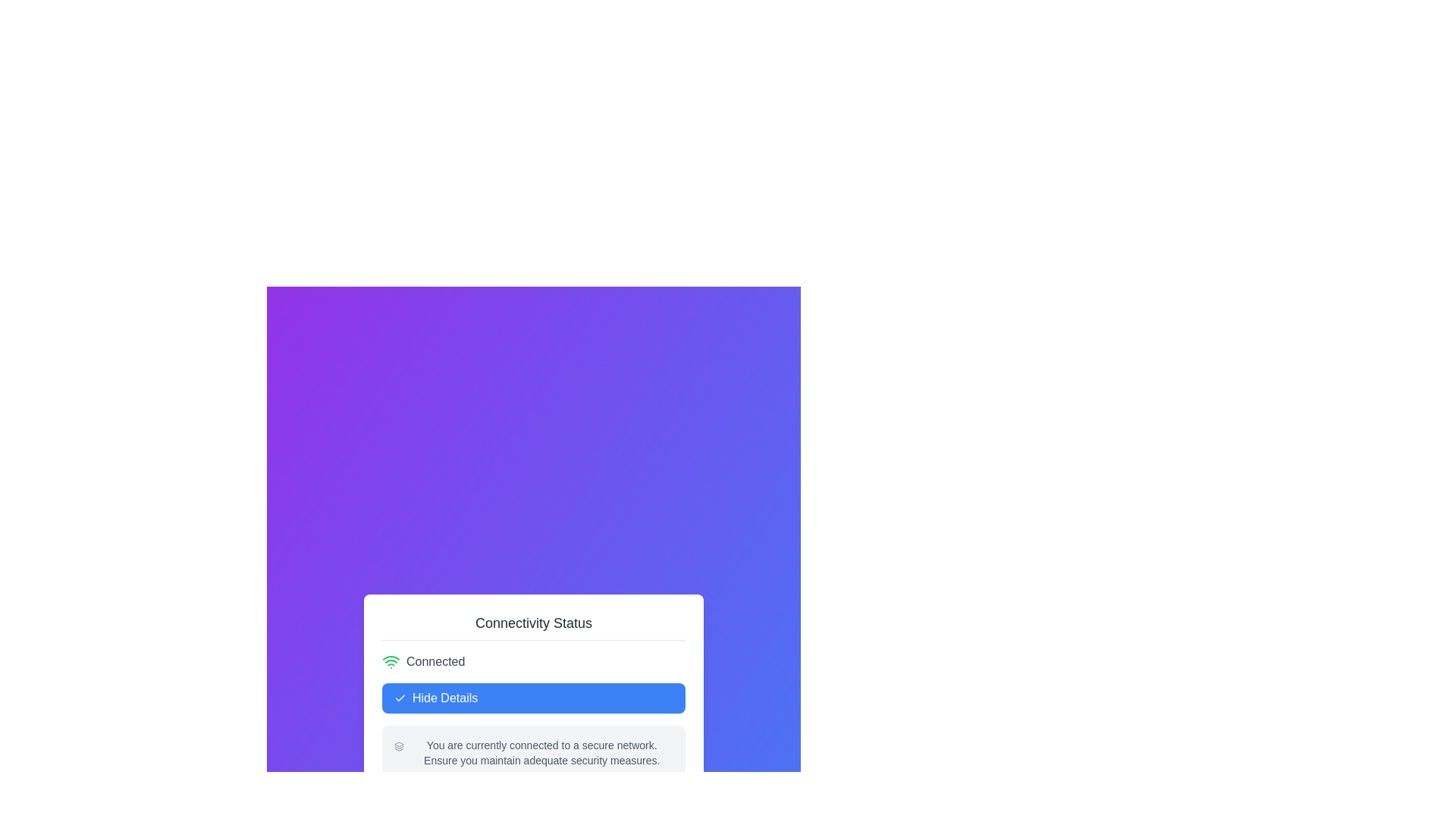 The image size is (1456, 819). What do you see at coordinates (534, 626) in the screenshot?
I see `the 'Connectivity Status' text label, which is displayed in a larger, bold font with a medium gray color at the top of the card-like interface` at bounding box center [534, 626].